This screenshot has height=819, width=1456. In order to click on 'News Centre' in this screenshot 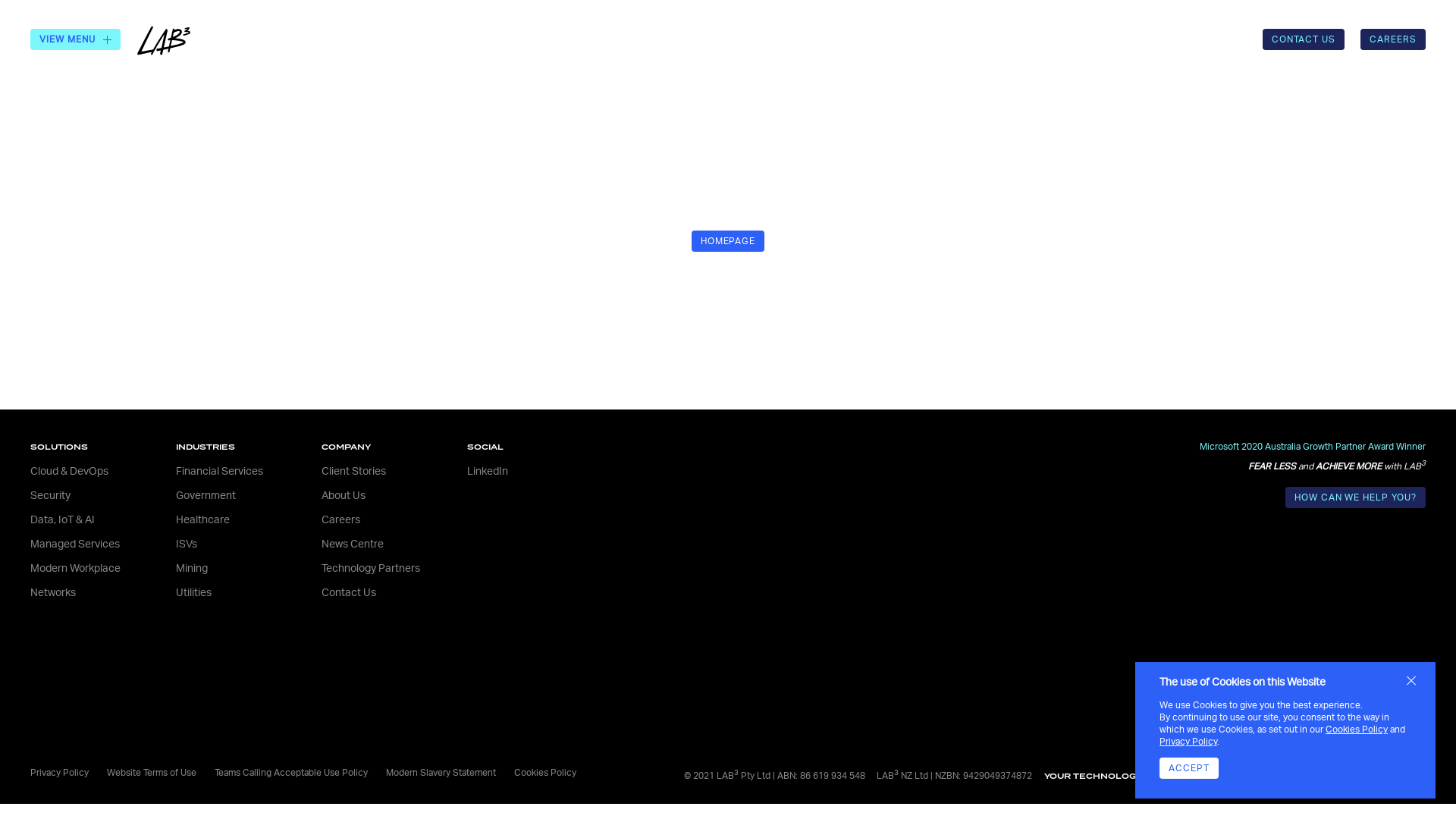, I will do `click(320, 543)`.